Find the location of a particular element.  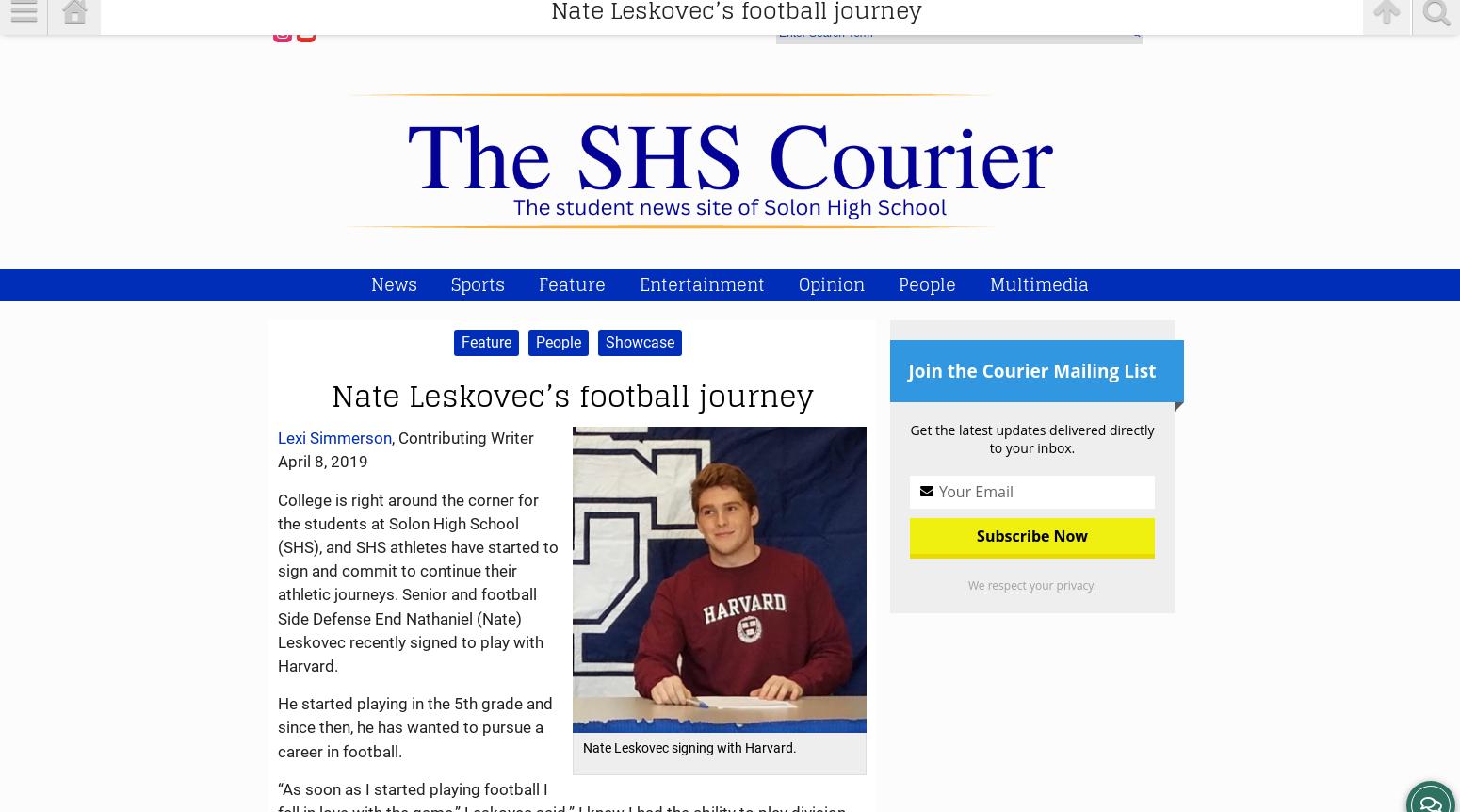

'We respect your privacy.' is located at coordinates (1030, 584).